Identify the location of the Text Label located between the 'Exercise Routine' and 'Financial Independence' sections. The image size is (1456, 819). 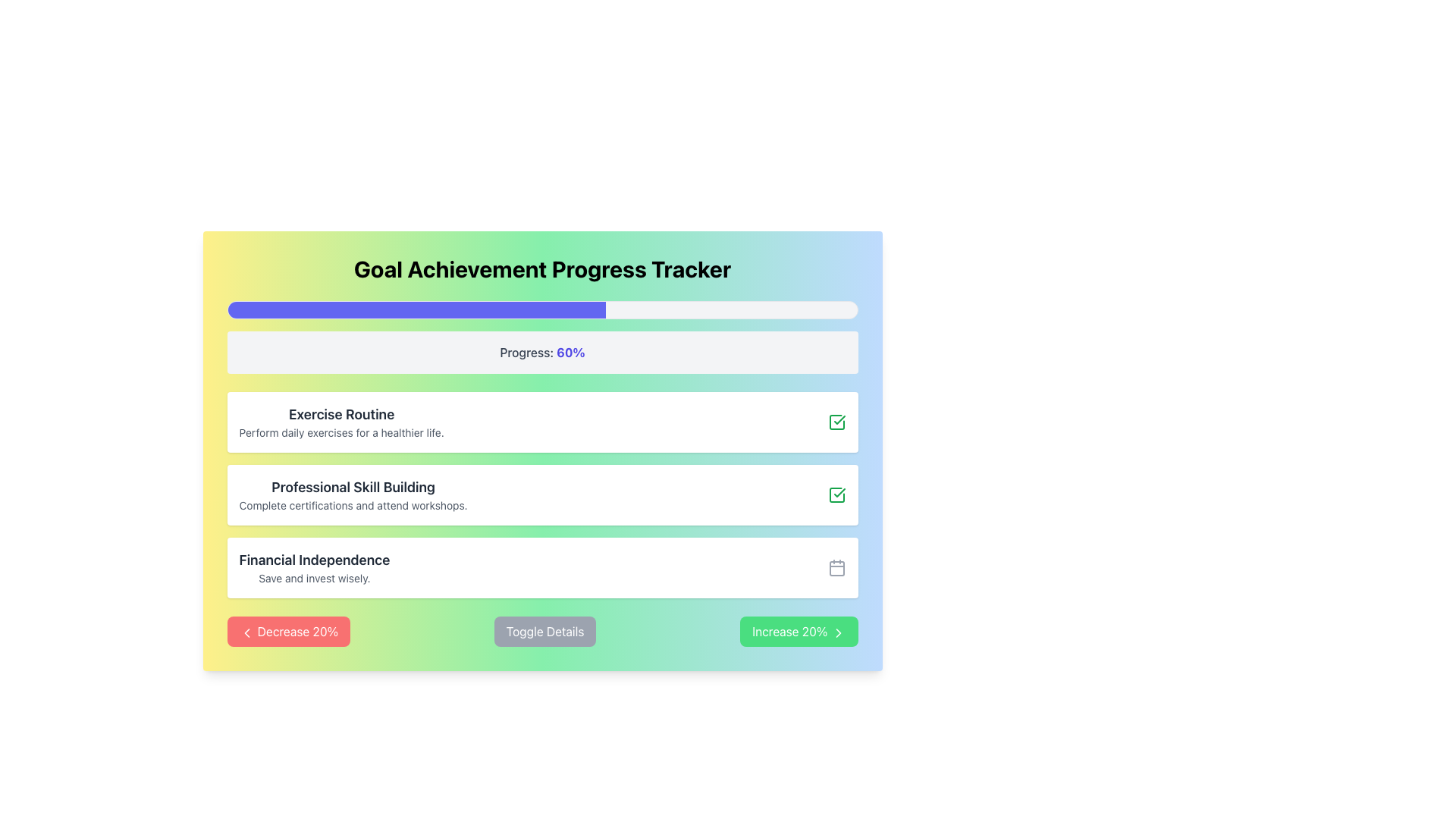
(353, 488).